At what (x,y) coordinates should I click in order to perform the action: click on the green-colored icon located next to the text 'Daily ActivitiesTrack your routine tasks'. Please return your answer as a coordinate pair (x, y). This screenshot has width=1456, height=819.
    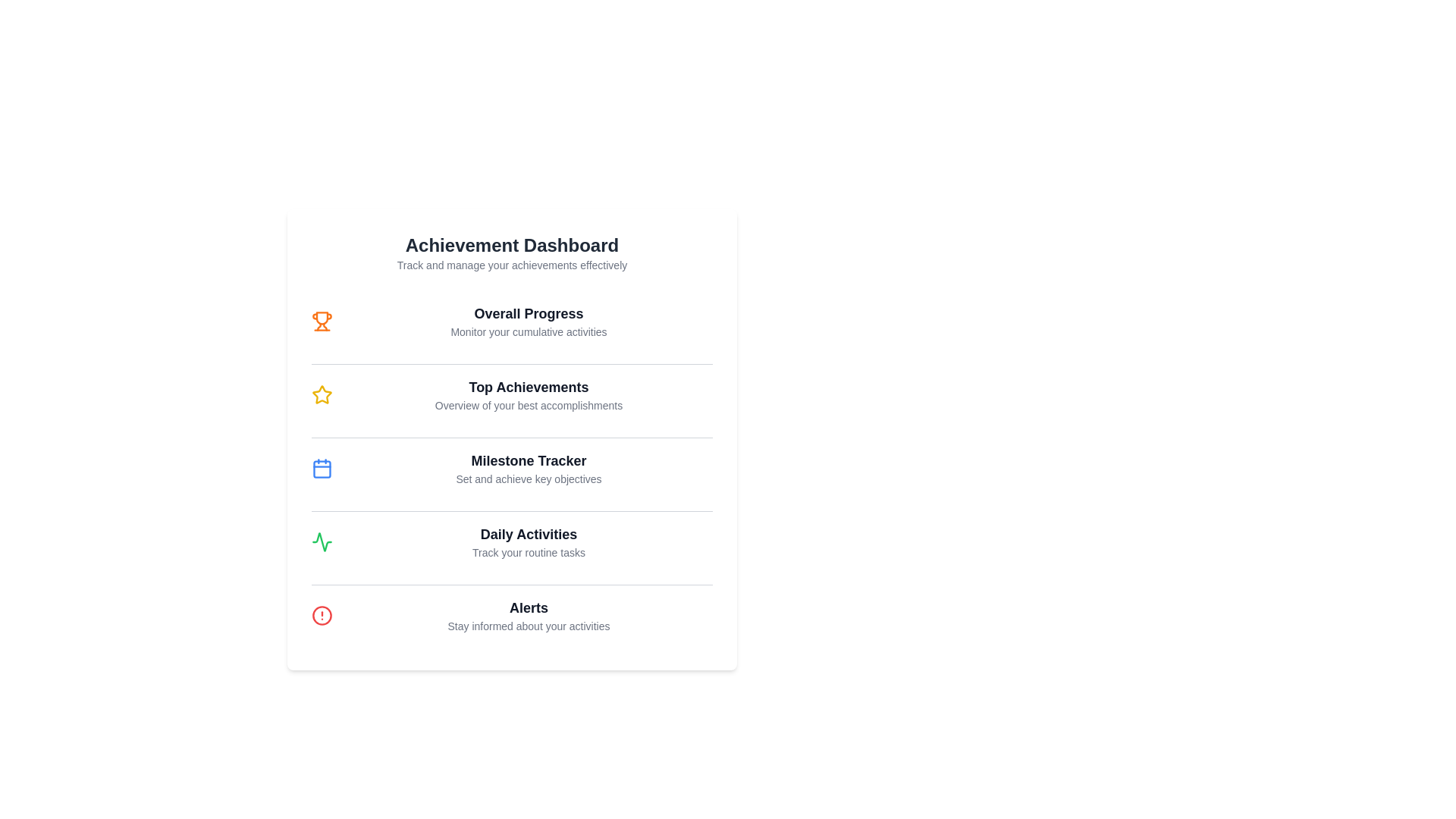
    Looking at the image, I should click on (322, 541).